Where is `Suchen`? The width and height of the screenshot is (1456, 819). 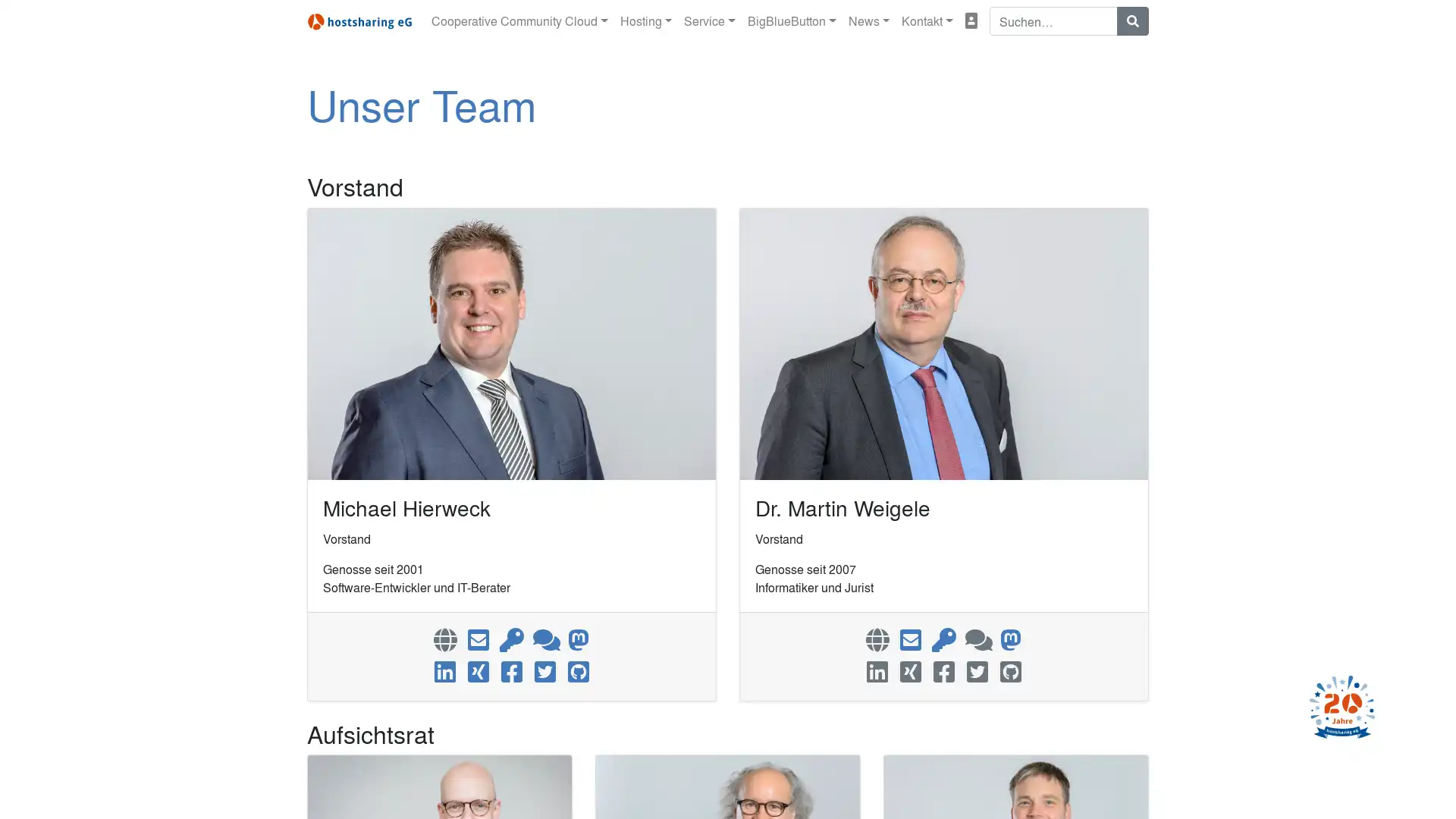 Suchen is located at coordinates (1132, 20).